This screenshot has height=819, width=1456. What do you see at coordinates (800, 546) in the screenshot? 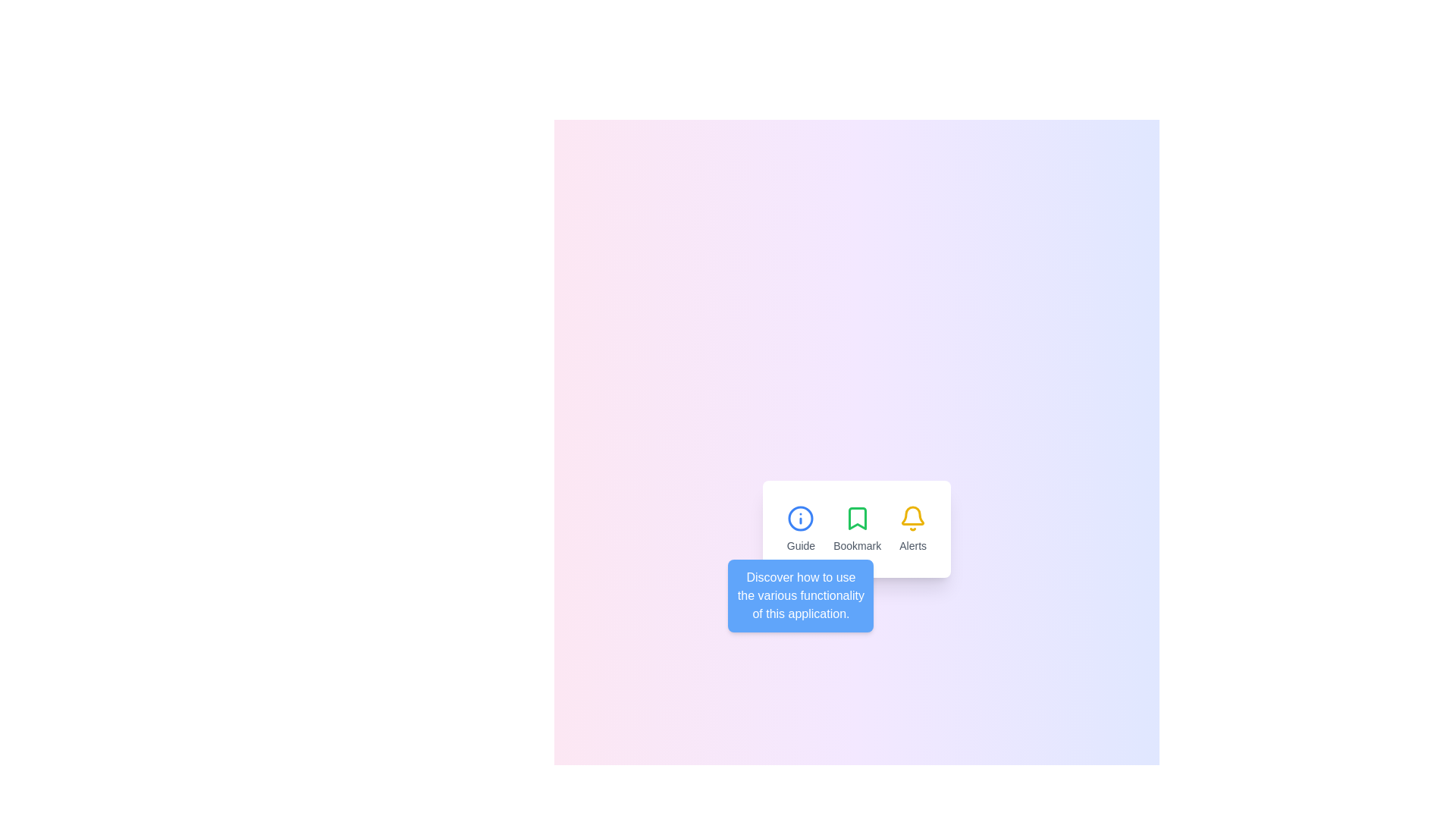
I see `the Text label that provides additional context for the adjacent 'info' icon, located centrally within the tooltip component` at bounding box center [800, 546].